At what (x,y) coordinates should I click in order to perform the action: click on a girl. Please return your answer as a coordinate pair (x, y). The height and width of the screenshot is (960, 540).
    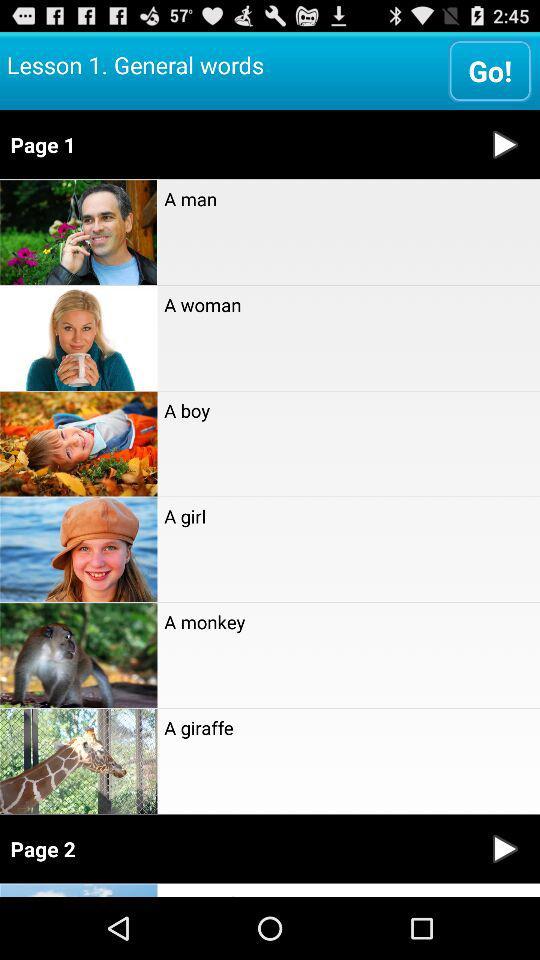
    Looking at the image, I should click on (347, 515).